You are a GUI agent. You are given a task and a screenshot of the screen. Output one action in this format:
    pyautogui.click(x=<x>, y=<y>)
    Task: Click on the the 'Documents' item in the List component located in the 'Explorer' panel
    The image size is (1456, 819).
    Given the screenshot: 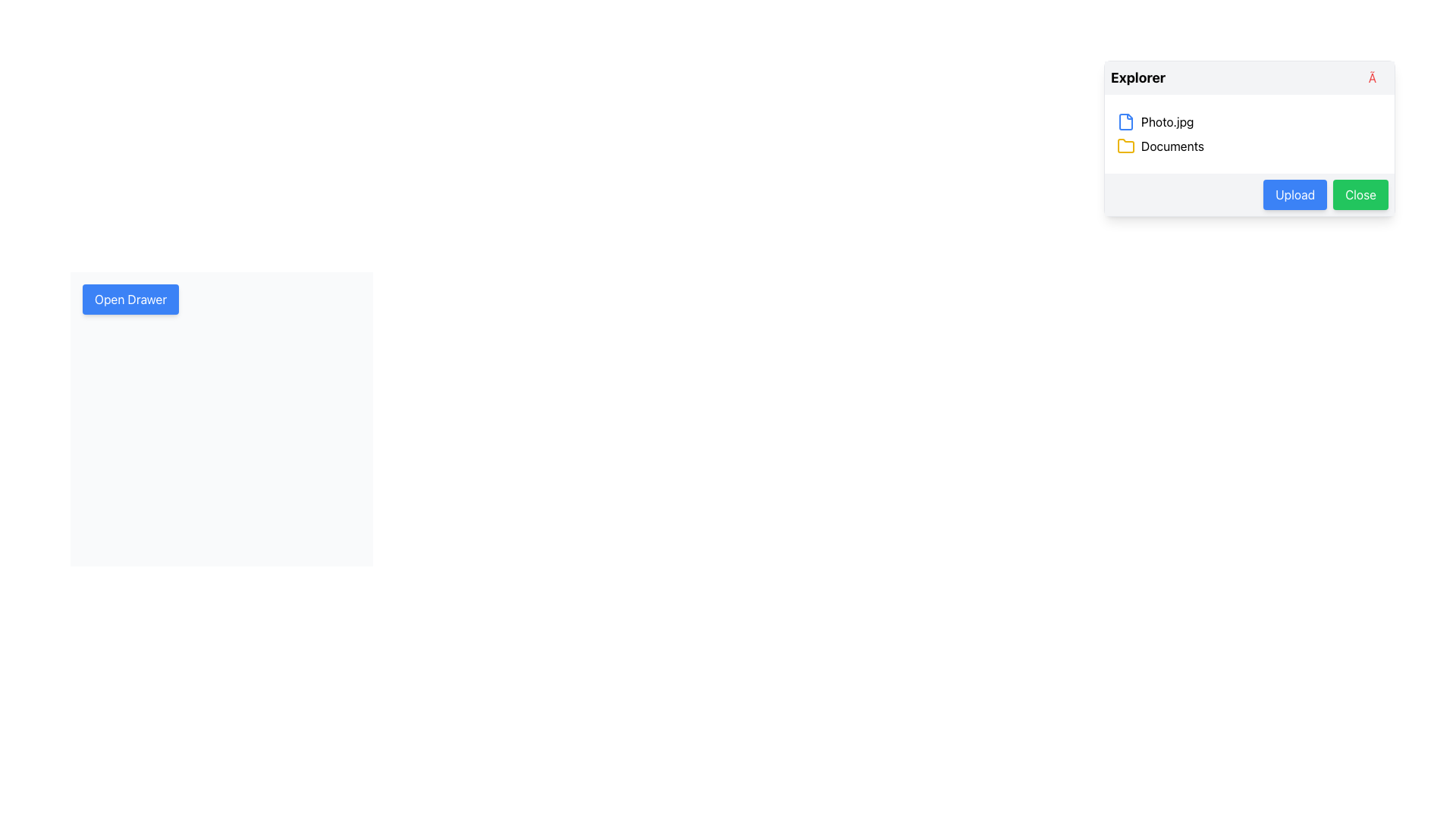 What is the action you would take?
    pyautogui.click(x=1249, y=133)
    